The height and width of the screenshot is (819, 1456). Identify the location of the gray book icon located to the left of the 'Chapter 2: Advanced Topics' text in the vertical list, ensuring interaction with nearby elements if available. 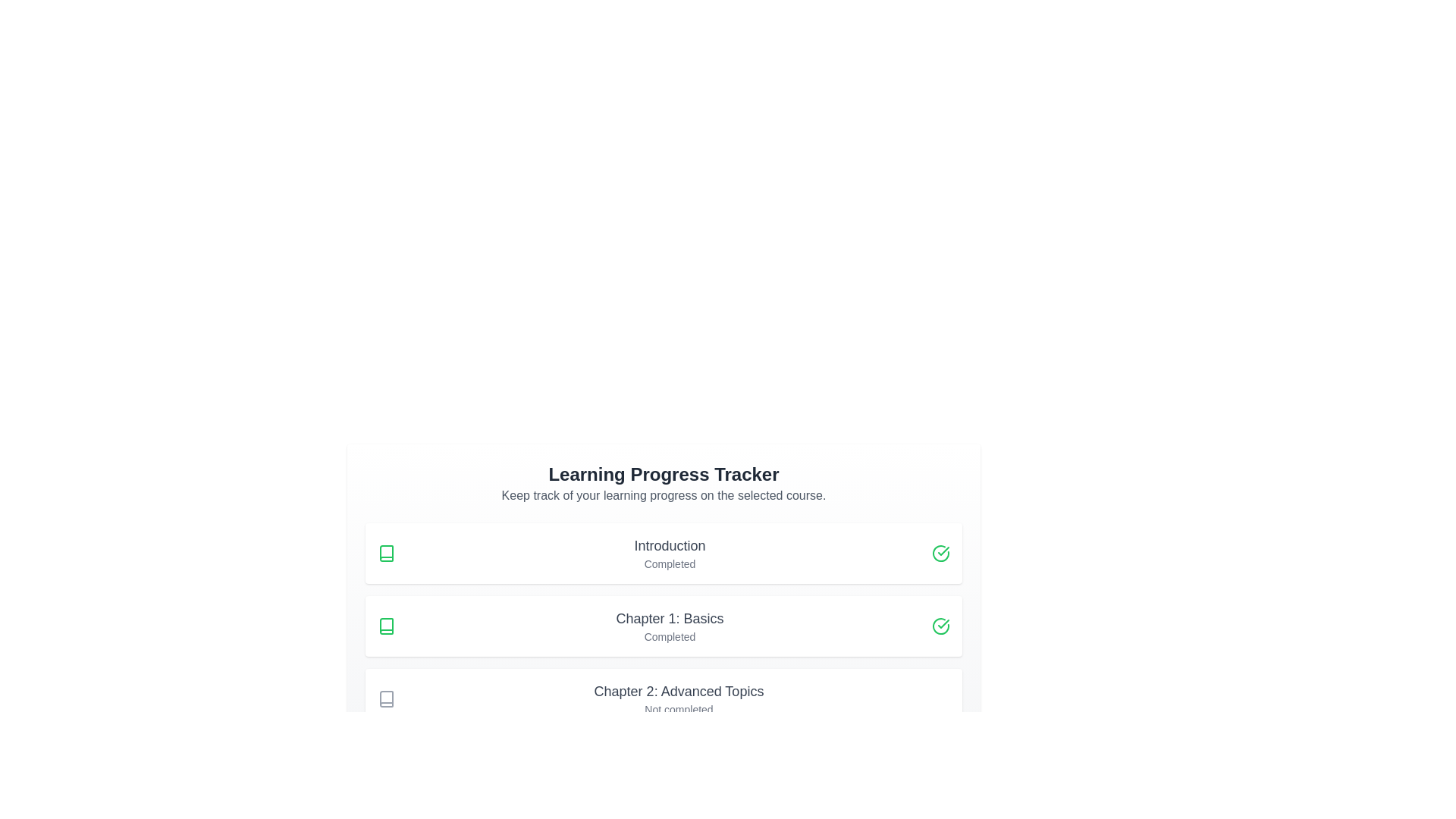
(386, 698).